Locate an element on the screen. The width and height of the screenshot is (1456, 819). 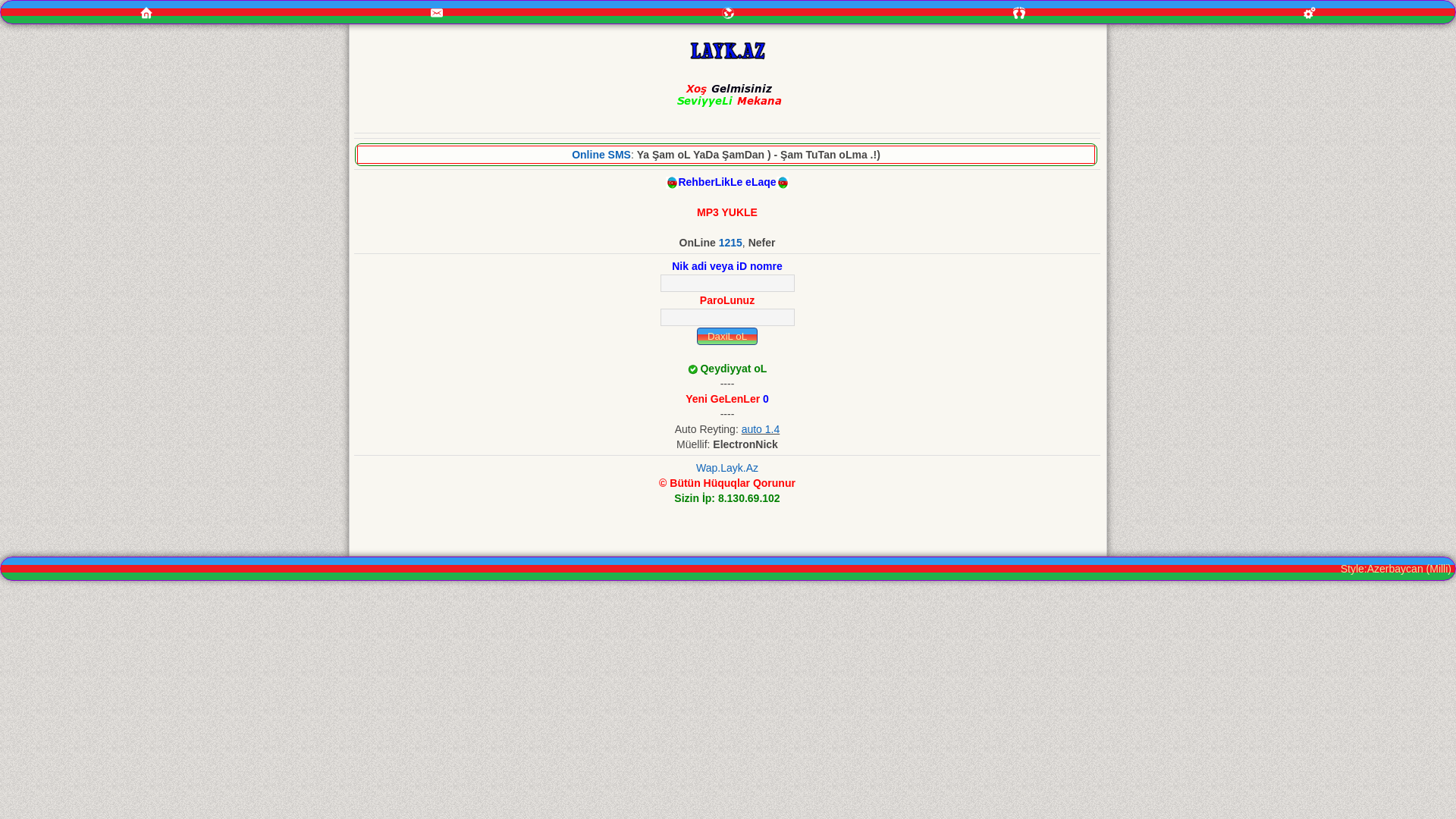
'Qonaqlar' is located at coordinates (1019, 12).